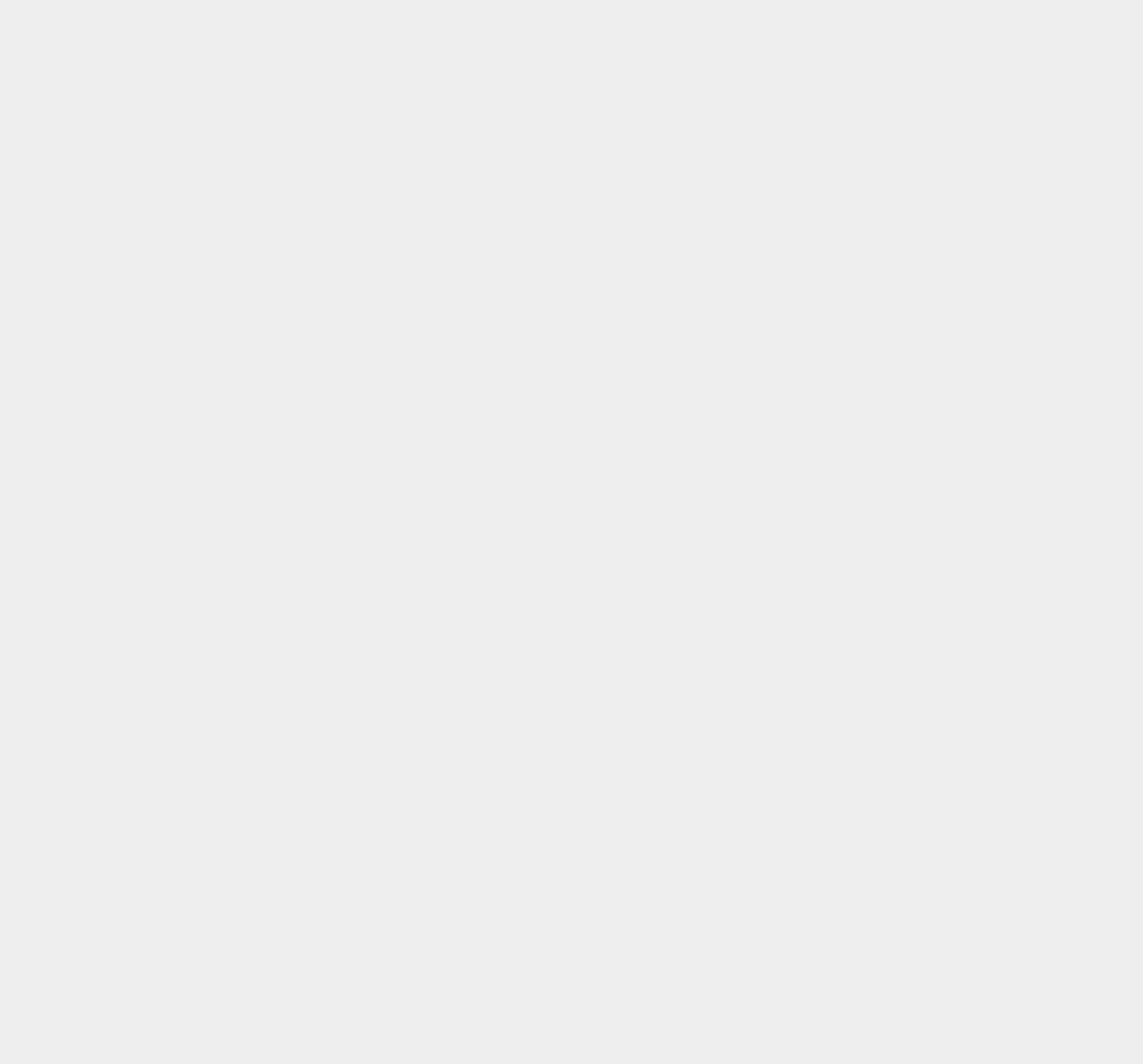 The width and height of the screenshot is (1143, 1064). What do you see at coordinates (849, 999) in the screenshot?
I see `'Windows Live'` at bounding box center [849, 999].